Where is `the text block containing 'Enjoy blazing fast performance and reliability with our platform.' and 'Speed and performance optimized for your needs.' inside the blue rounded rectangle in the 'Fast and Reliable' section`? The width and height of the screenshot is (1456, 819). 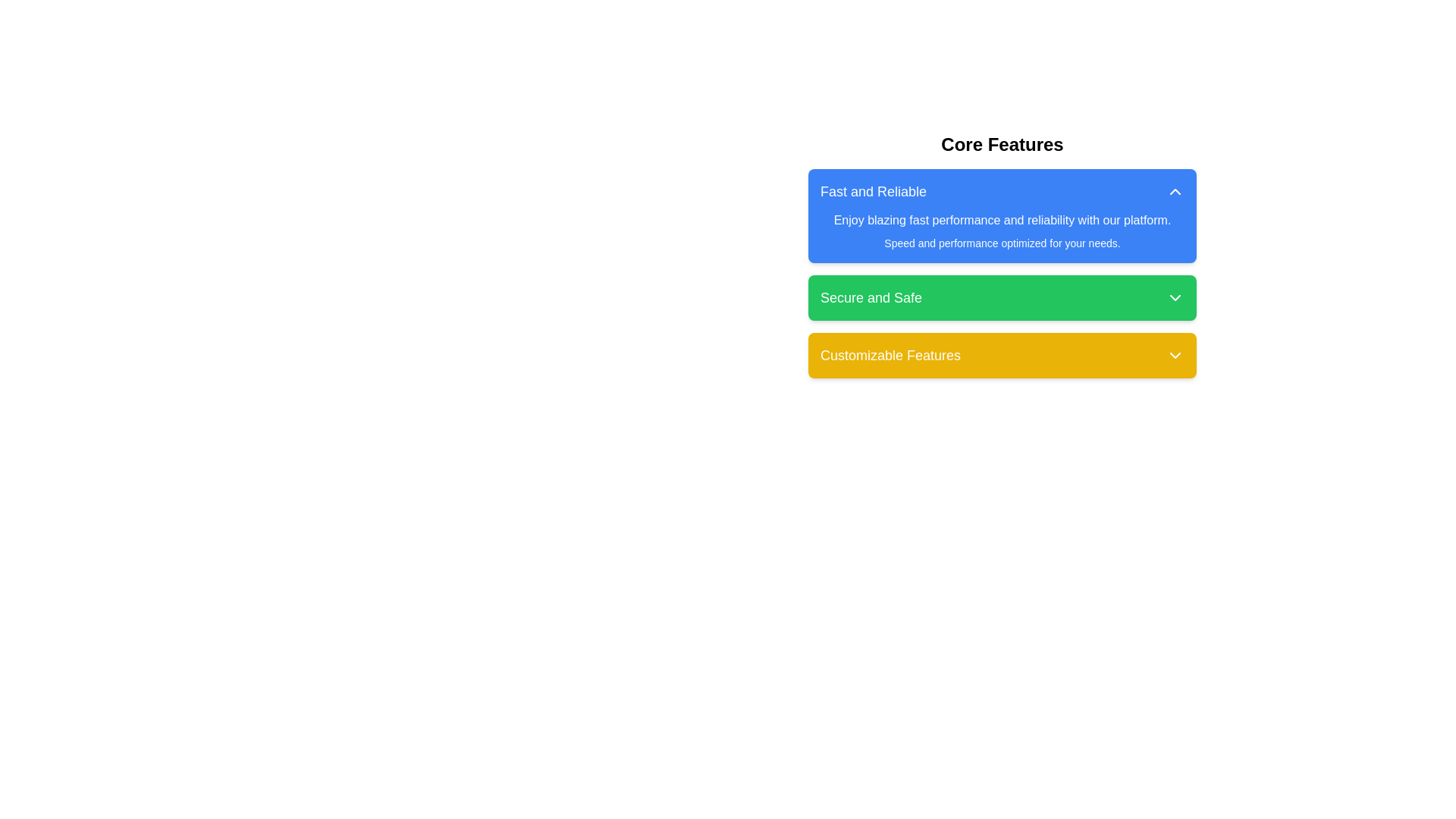
the text block containing 'Enjoy blazing fast performance and reliability with our platform.' and 'Speed and performance optimized for your needs.' inside the blue rounded rectangle in the 'Fast and Reliable' section is located at coordinates (1002, 231).